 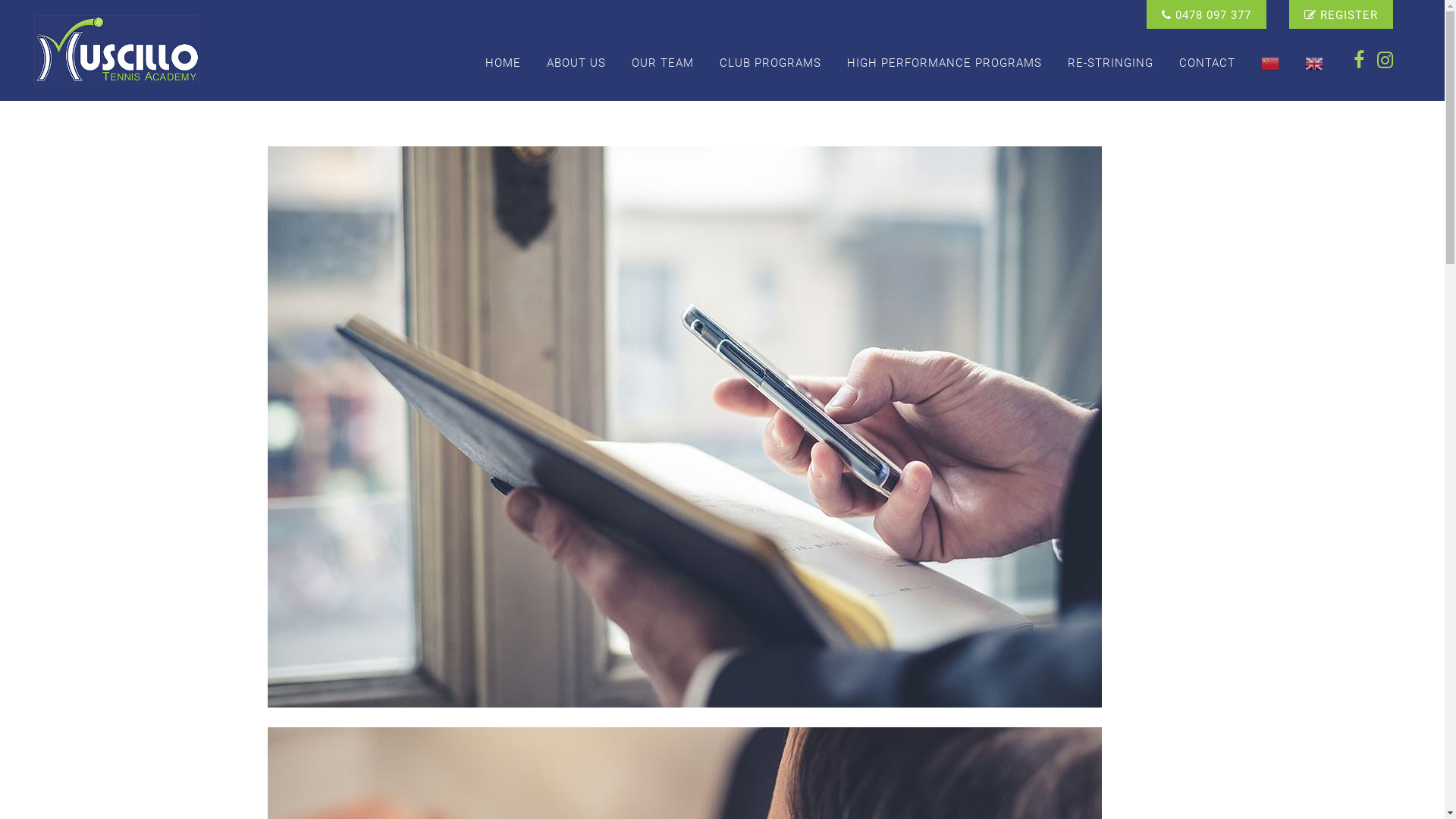 I want to click on 'English', so click(x=1313, y=62).